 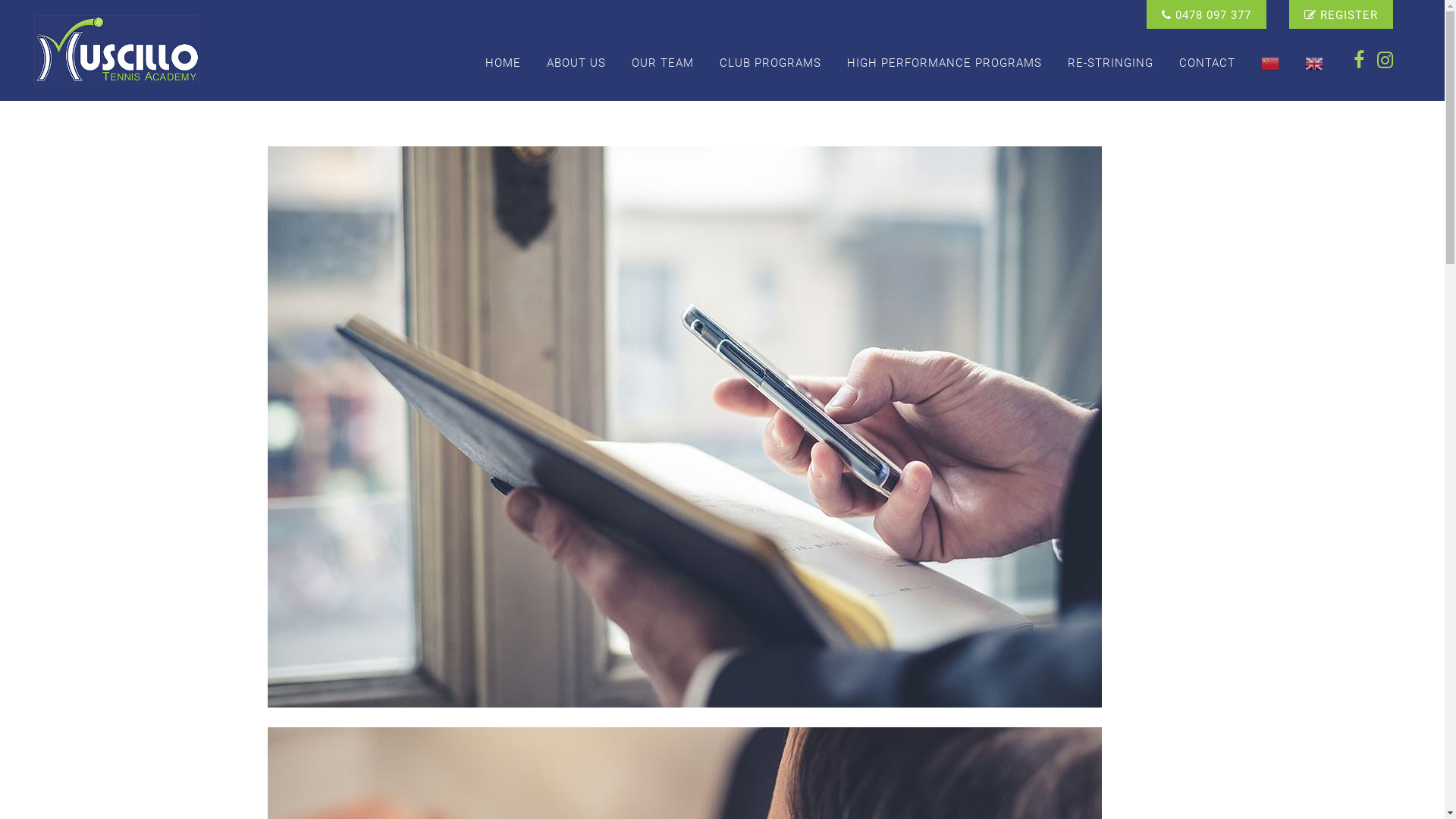 I want to click on 'English', so click(x=1313, y=62).